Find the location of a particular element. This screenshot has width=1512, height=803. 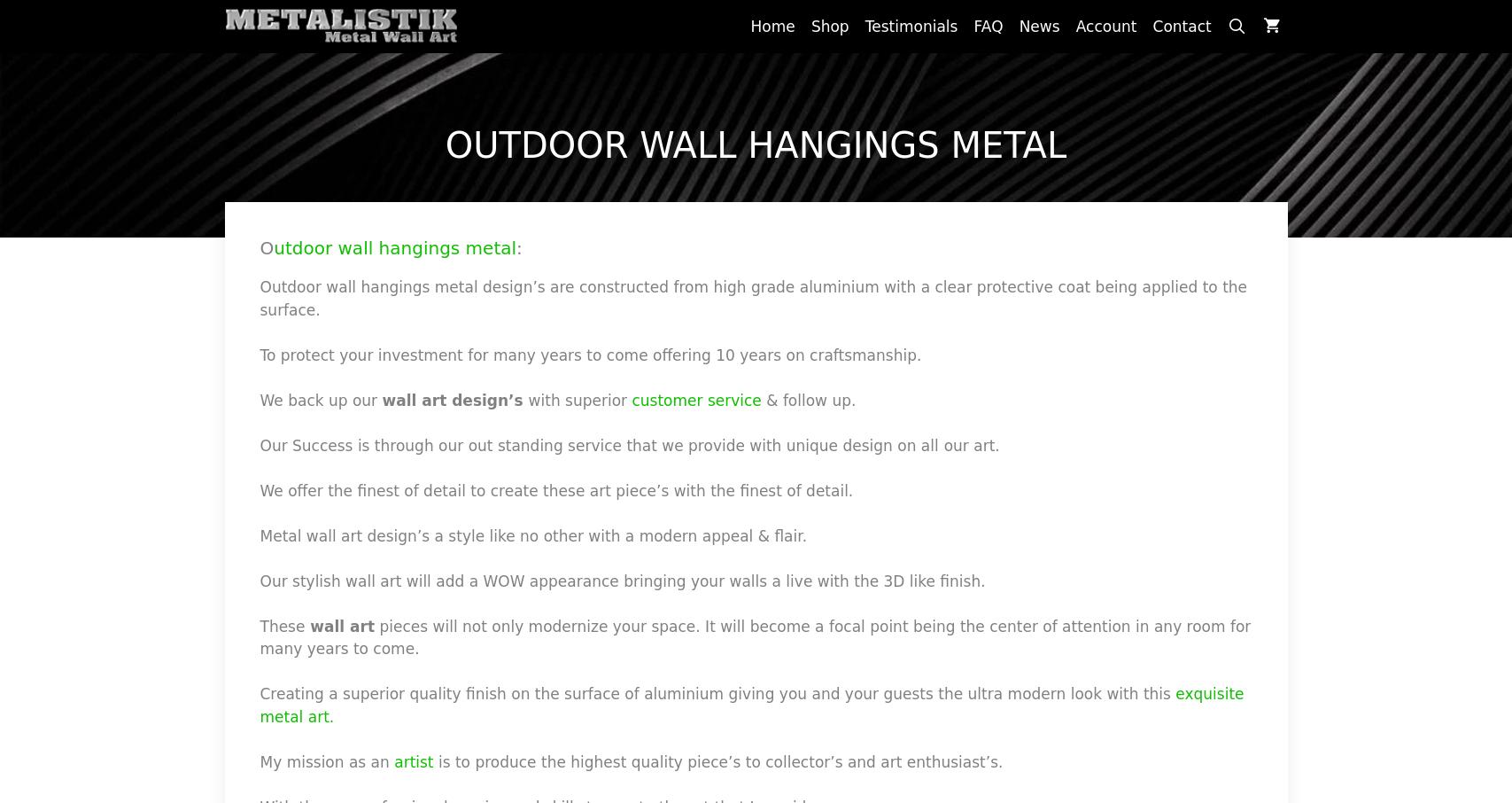

'Outdoor wall hangings metal' is located at coordinates (755, 144).